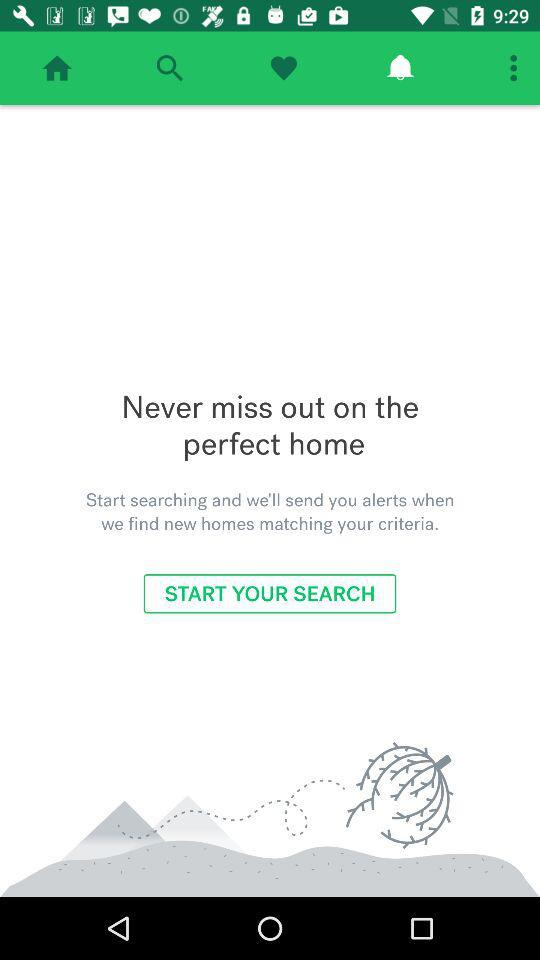 The height and width of the screenshot is (960, 540). Describe the element at coordinates (168, 68) in the screenshot. I see `search areas` at that location.